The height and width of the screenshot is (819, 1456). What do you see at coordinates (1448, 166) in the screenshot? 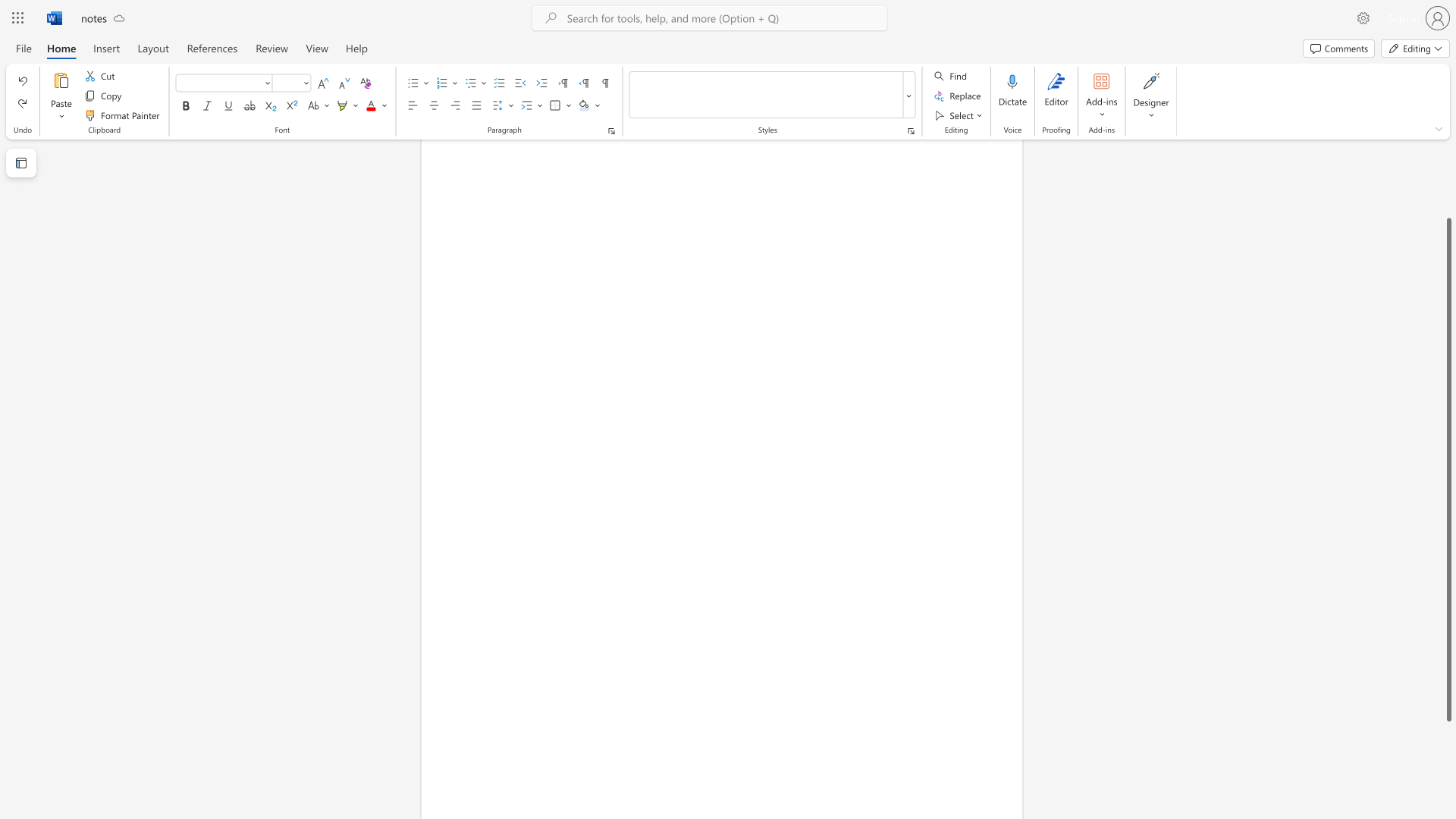
I see `the scrollbar to move the page upward` at bounding box center [1448, 166].